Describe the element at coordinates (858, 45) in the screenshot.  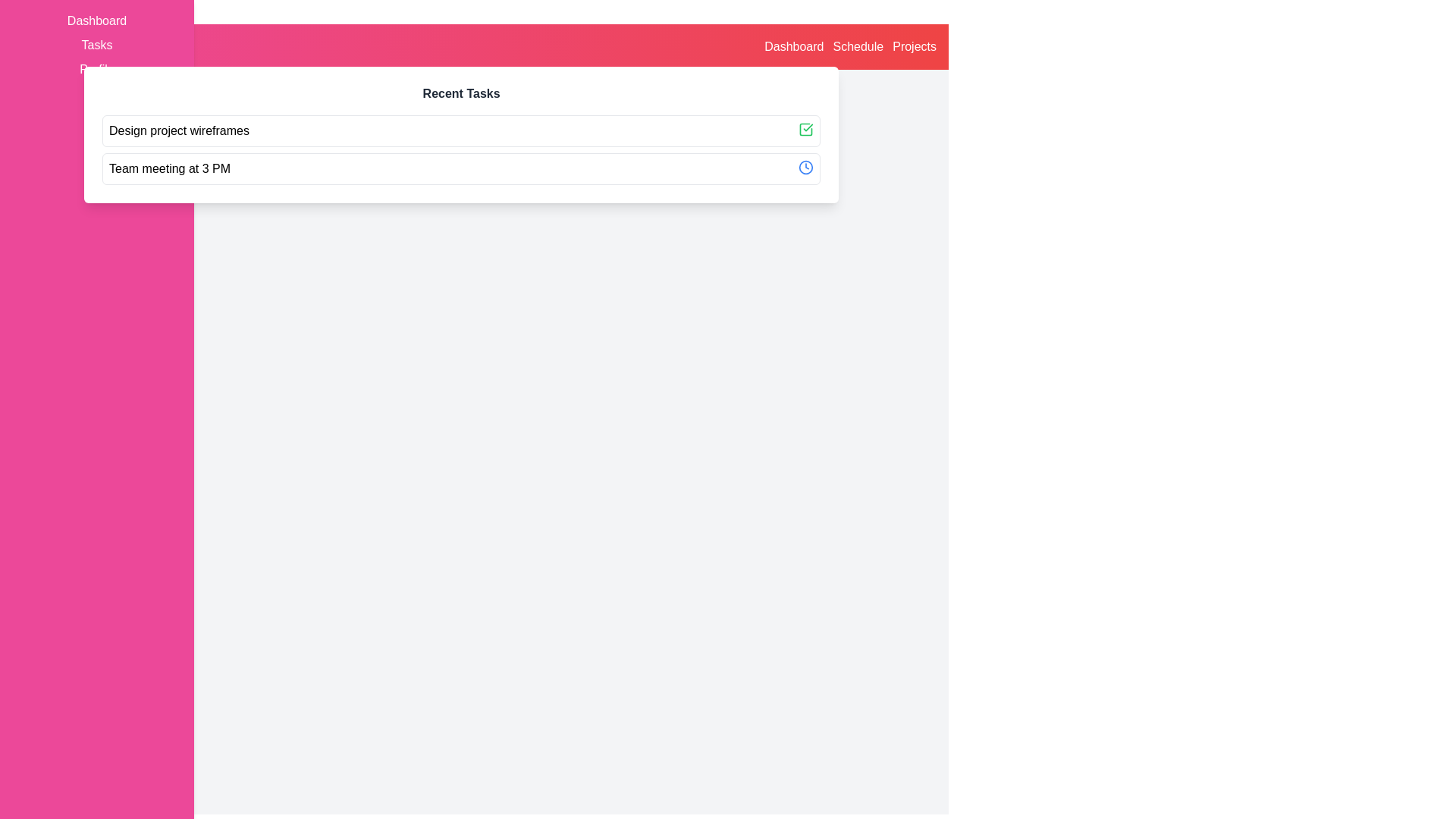
I see `the 'Schedule' navigation link, which is the second link in the top-right horizontal navigation bar` at that location.